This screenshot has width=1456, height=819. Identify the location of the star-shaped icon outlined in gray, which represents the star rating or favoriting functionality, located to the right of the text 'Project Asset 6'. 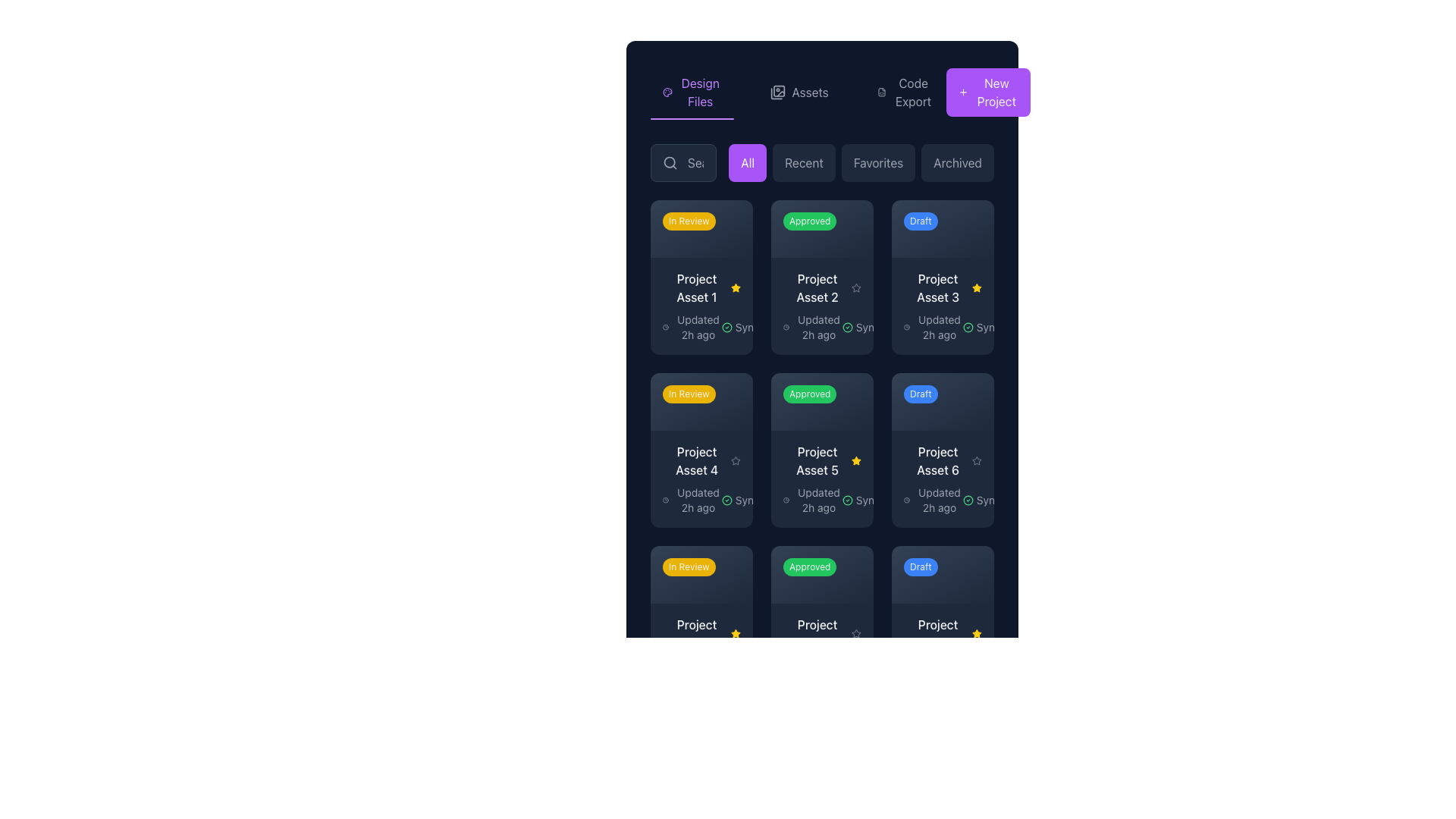
(977, 460).